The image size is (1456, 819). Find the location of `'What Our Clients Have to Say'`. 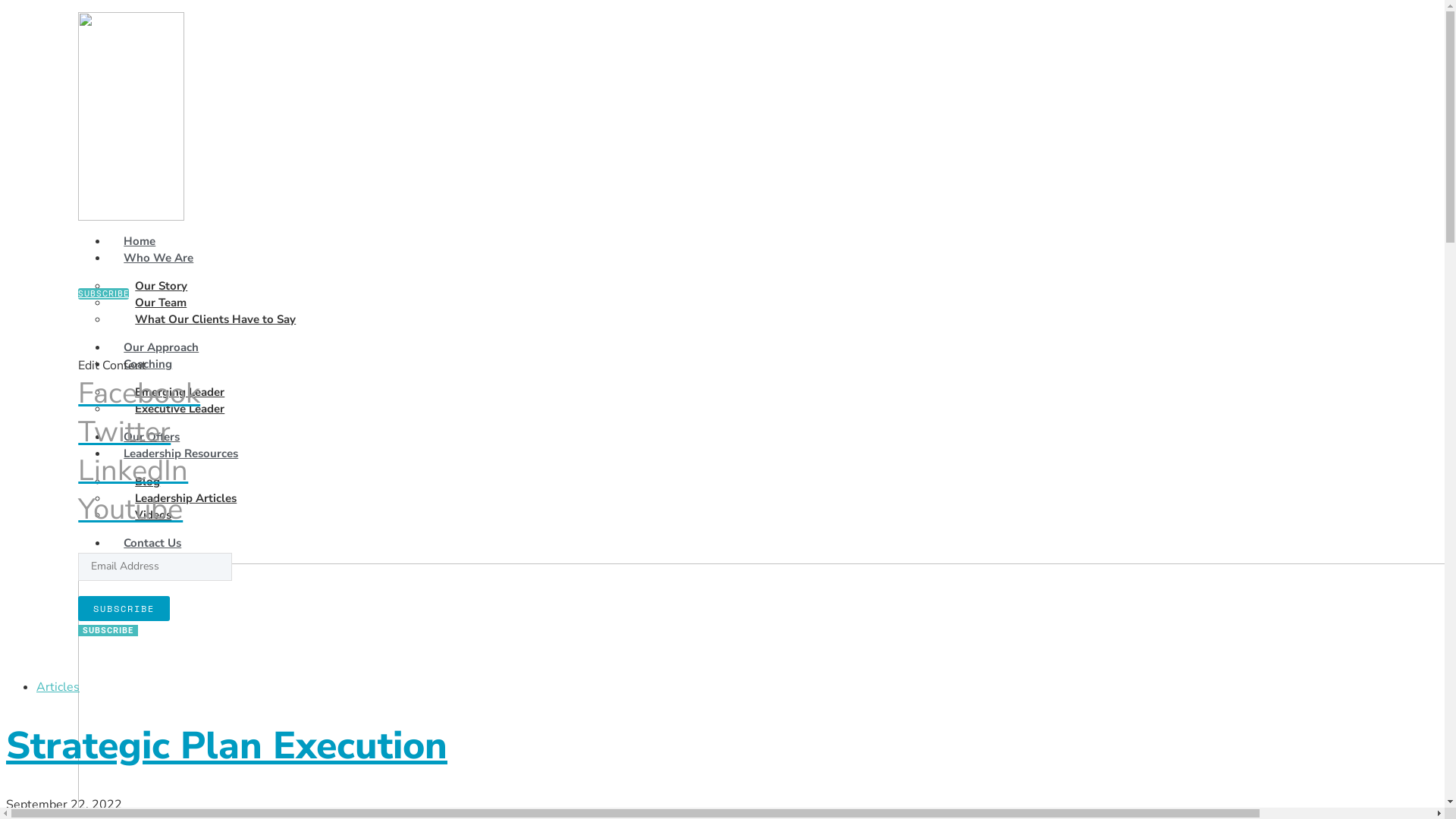

'What Our Clients Have to Say' is located at coordinates (214, 318).